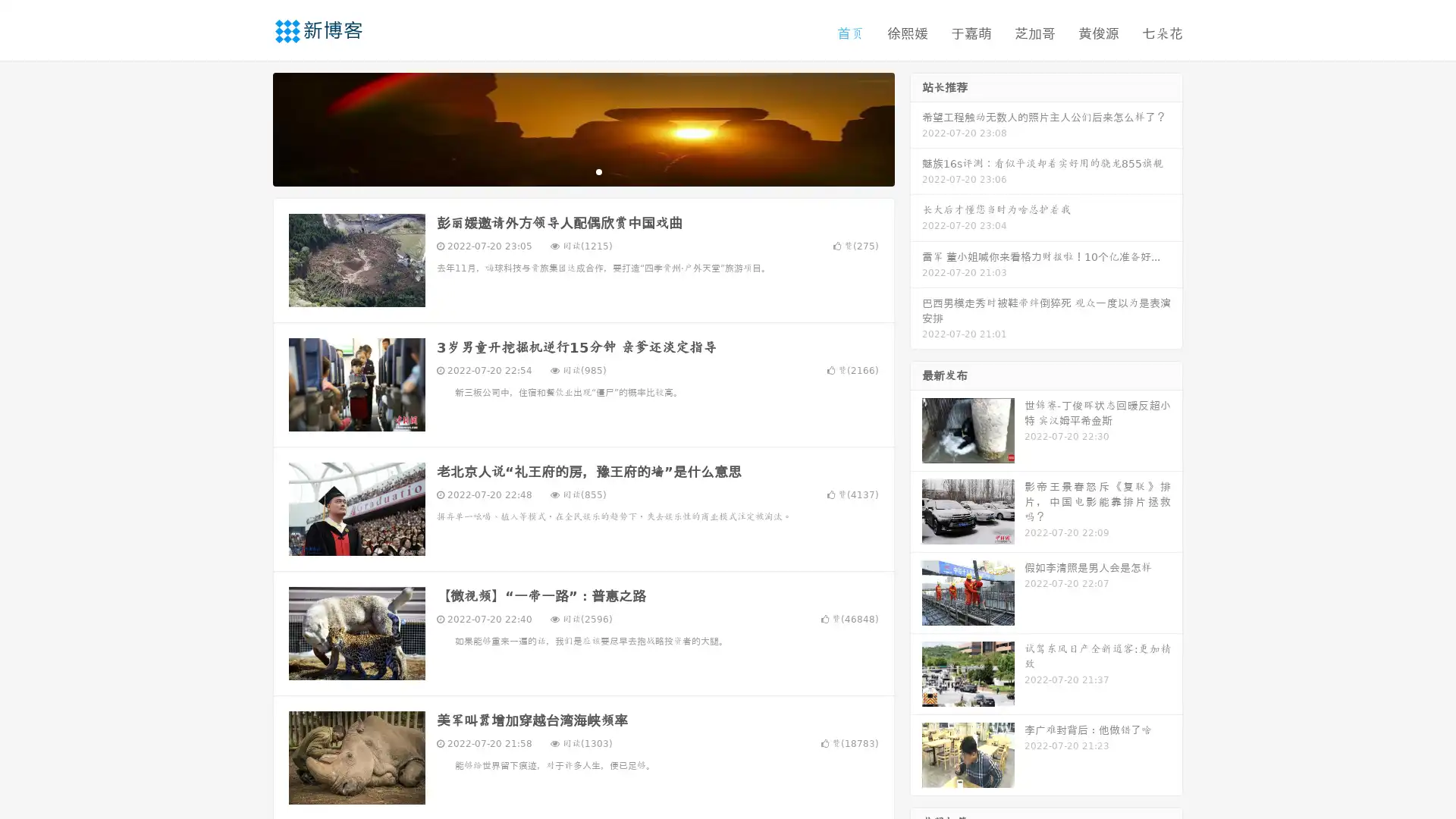 The image size is (1456, 819). I want to click on Go to slide 2, so click(582, 171).